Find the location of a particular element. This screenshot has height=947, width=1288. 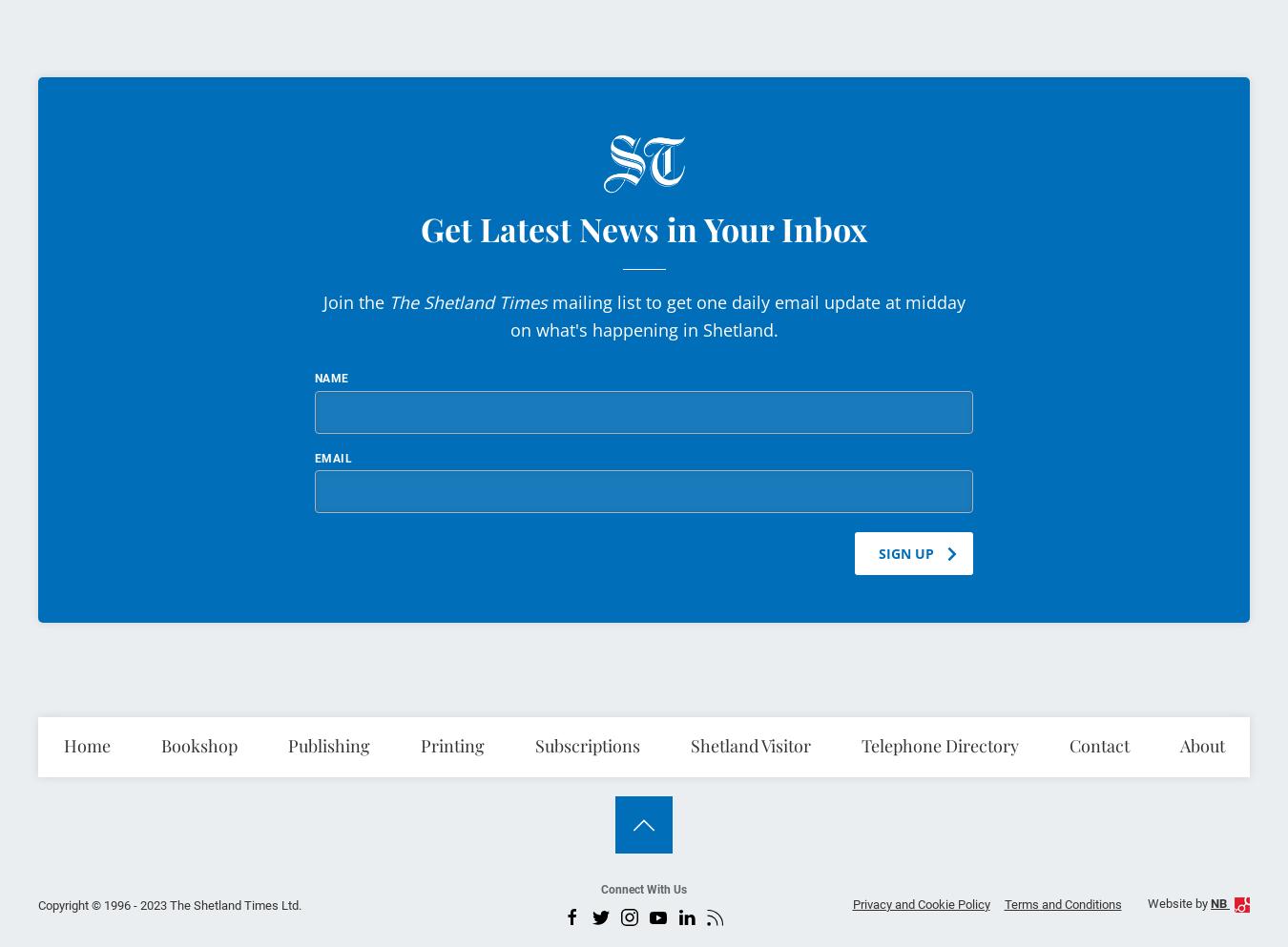

'Privacy and Cookie Policy' is located at coordinates (919, 902).